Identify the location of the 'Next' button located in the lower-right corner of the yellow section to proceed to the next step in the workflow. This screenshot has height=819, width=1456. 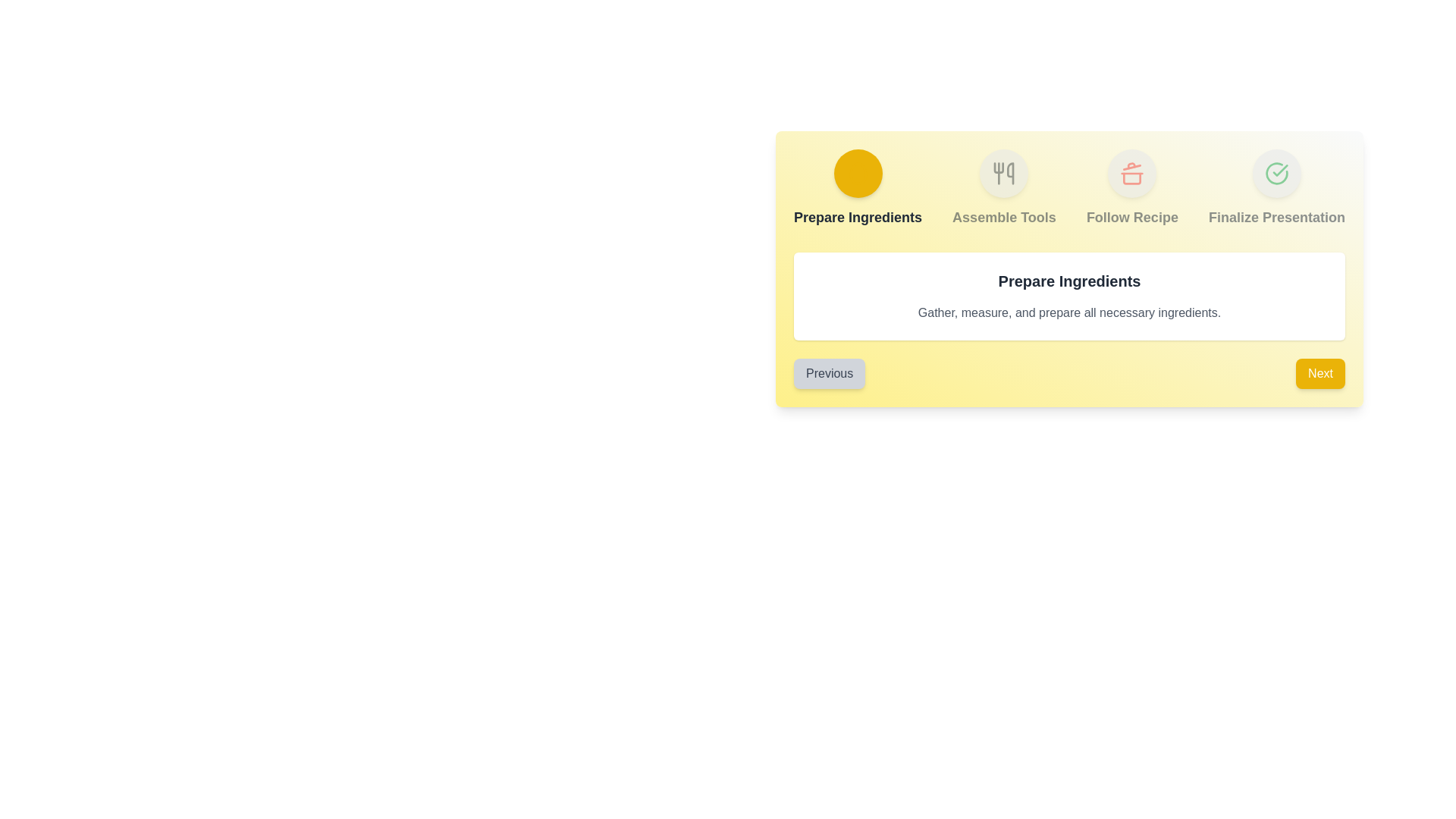
(1319, 374).